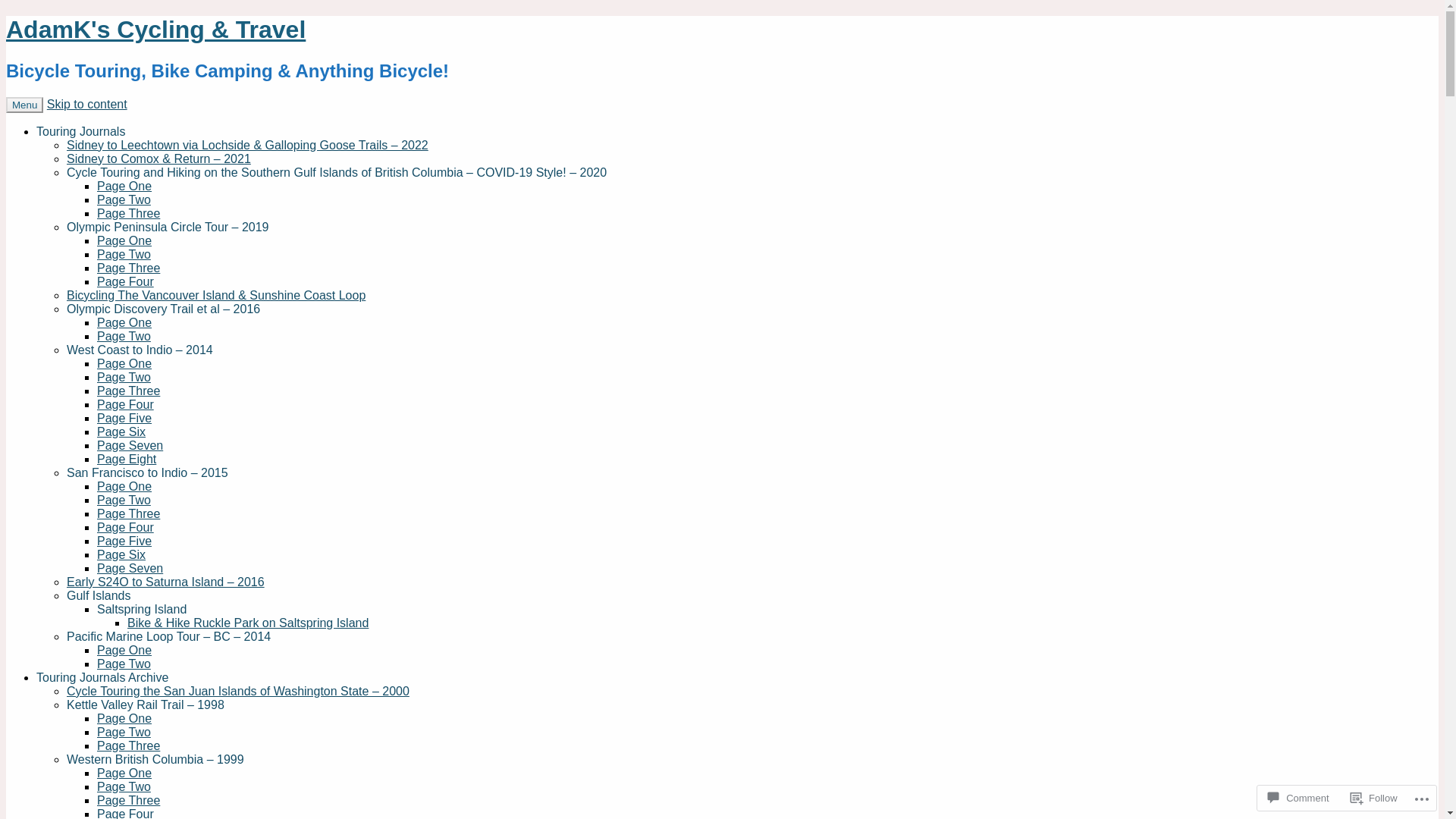 The image size is (1456, 819). I want to click on 'Skip to content', so click(86, 103).